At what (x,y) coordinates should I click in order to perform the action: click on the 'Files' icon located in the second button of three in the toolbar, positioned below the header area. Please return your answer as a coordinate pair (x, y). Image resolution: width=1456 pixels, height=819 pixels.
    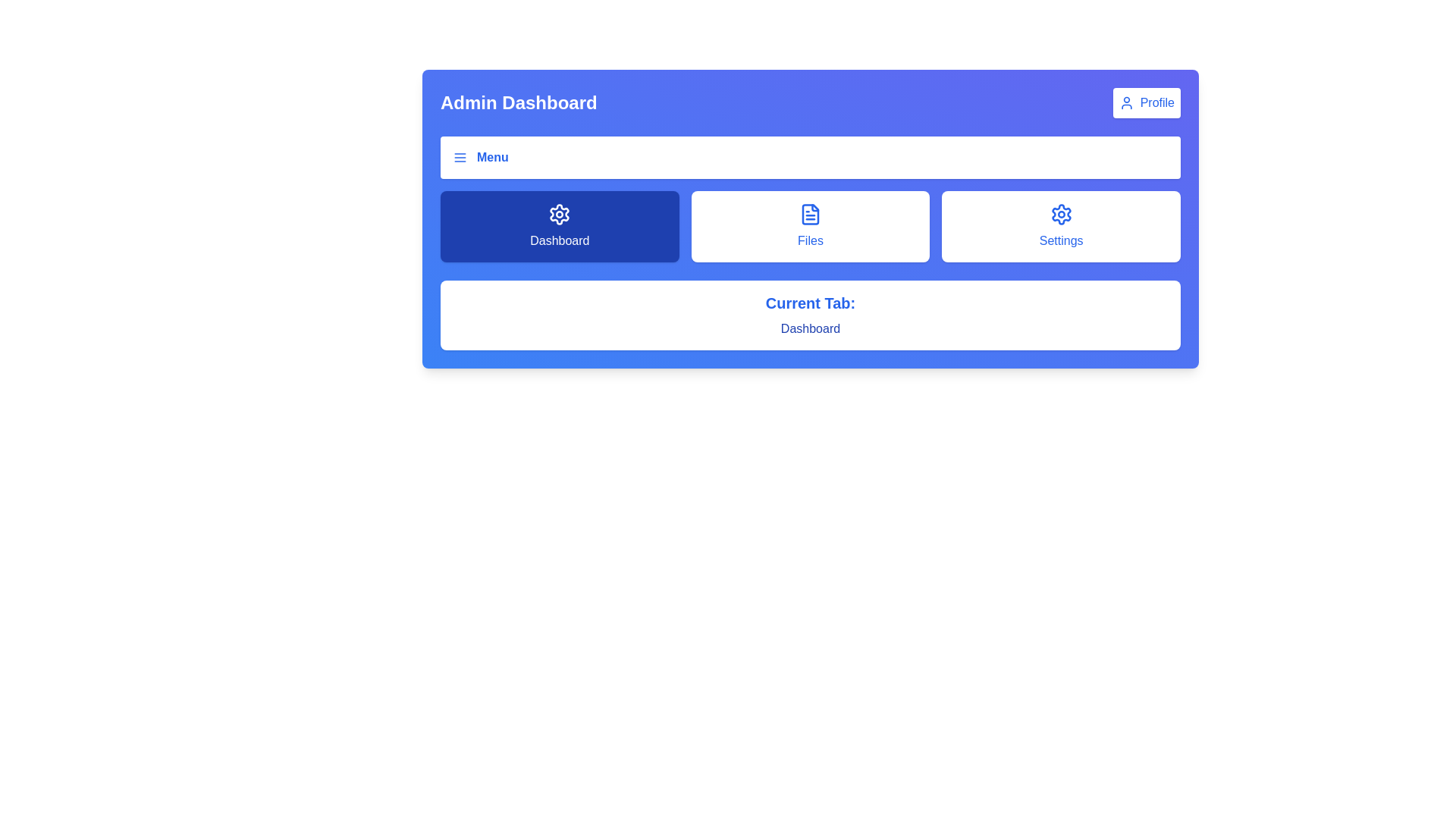
    Looking at the image, I should click on (810, 214).